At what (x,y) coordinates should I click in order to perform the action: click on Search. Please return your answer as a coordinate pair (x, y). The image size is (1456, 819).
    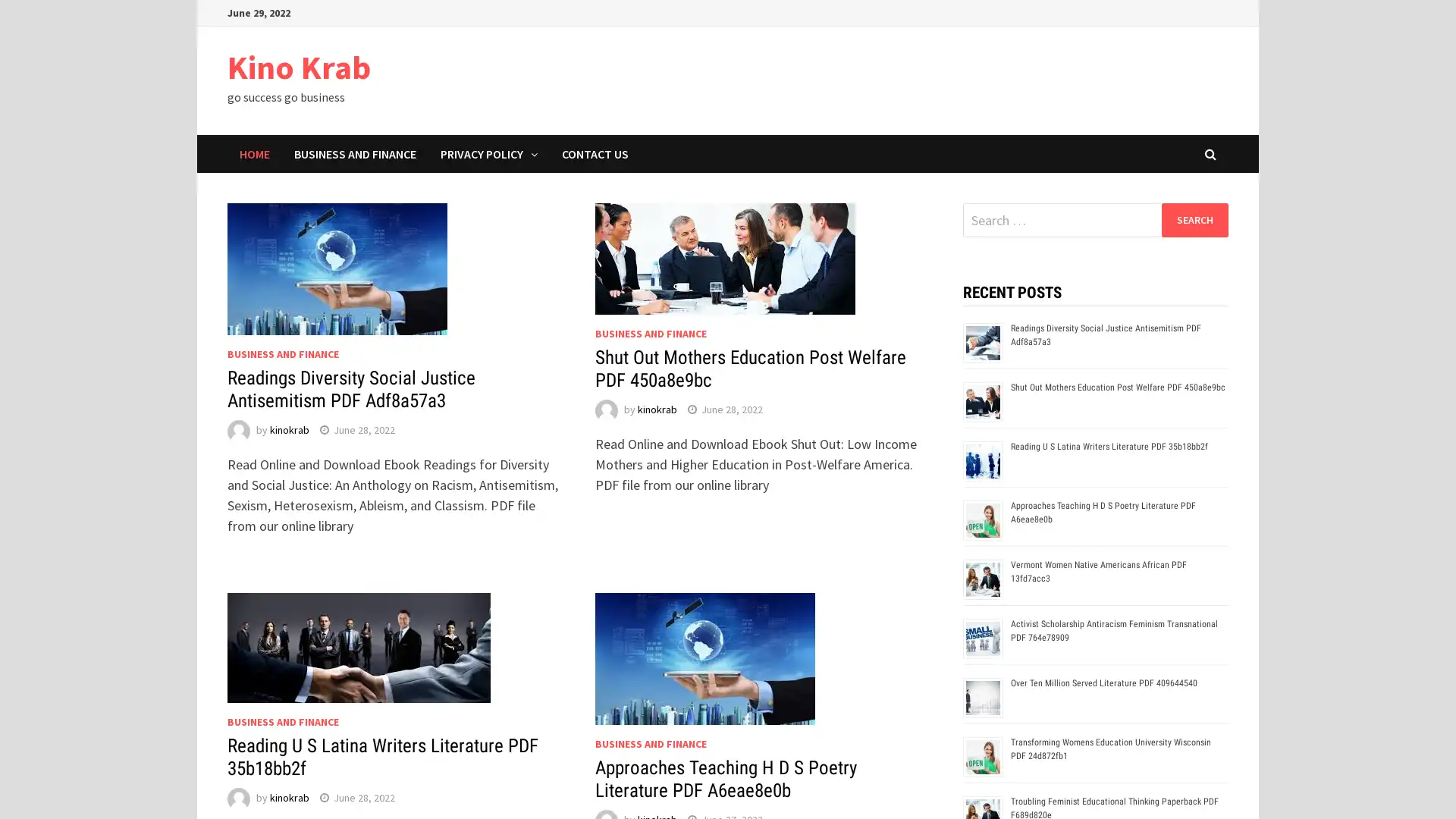
    Looking at the image, I should click on (1194, 219).